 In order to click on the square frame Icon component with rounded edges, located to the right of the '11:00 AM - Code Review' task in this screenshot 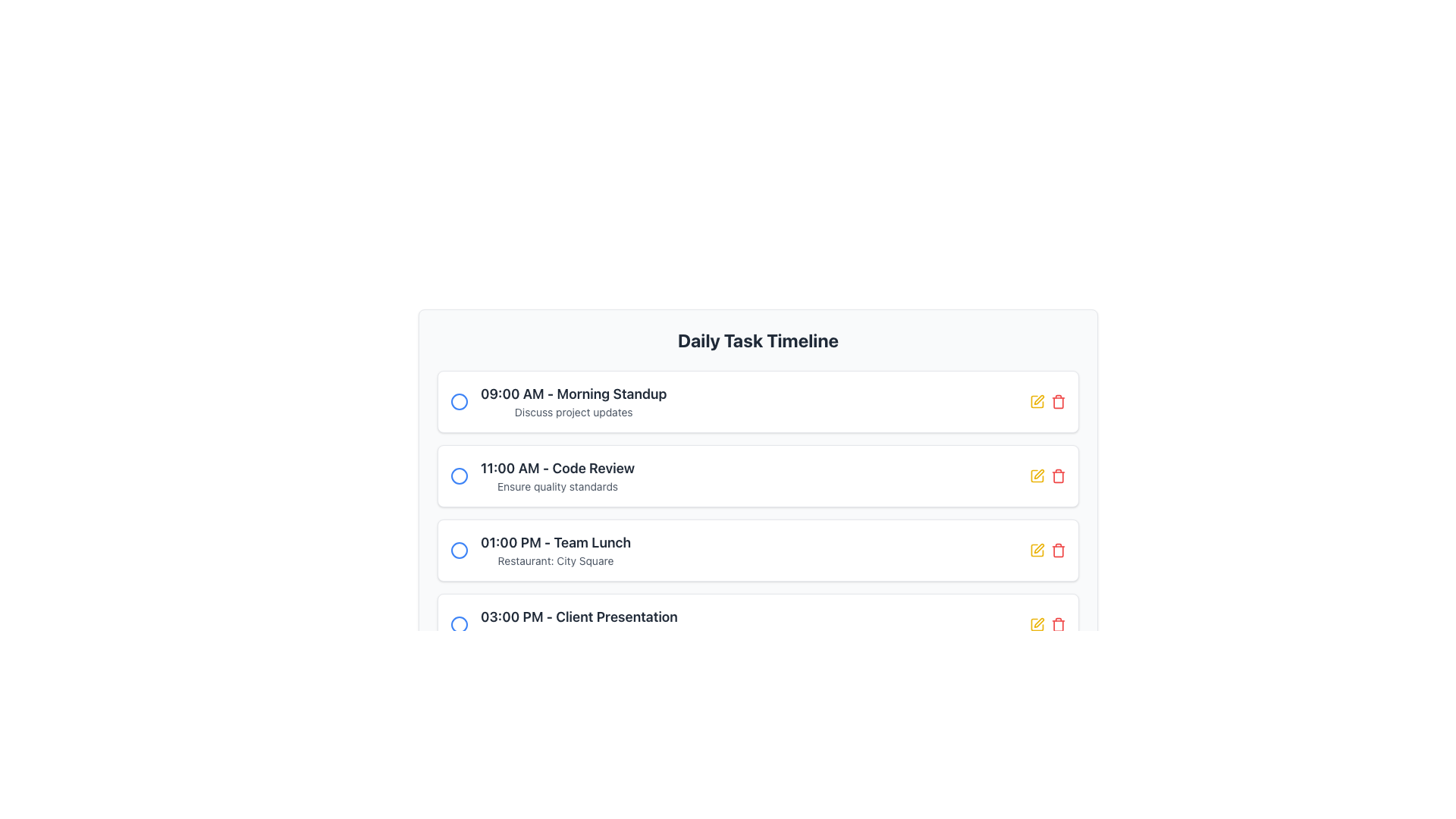, I will do `click(1037, 625)`.